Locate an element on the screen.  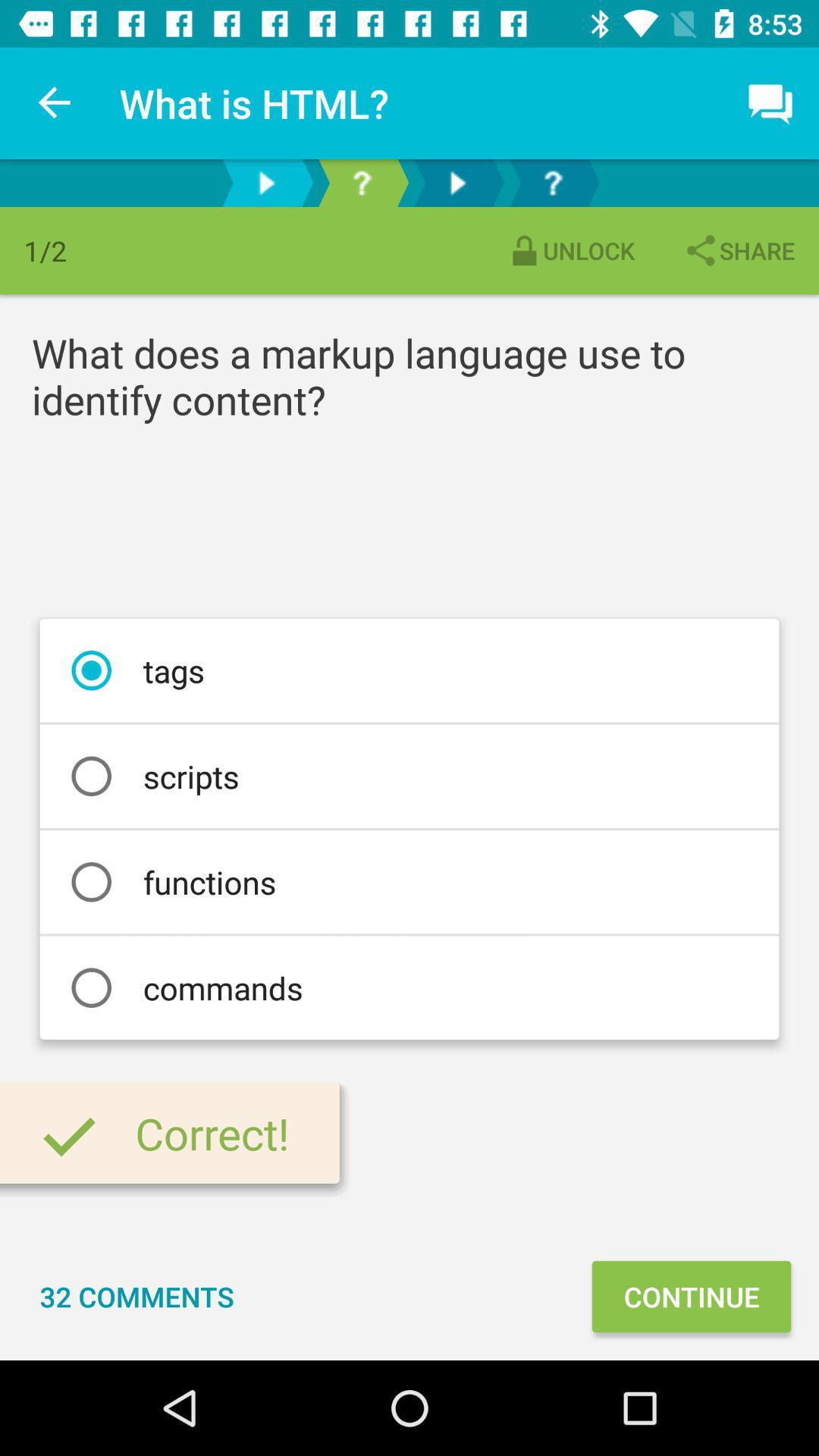
continue item is located at coordinates (691, 1295).